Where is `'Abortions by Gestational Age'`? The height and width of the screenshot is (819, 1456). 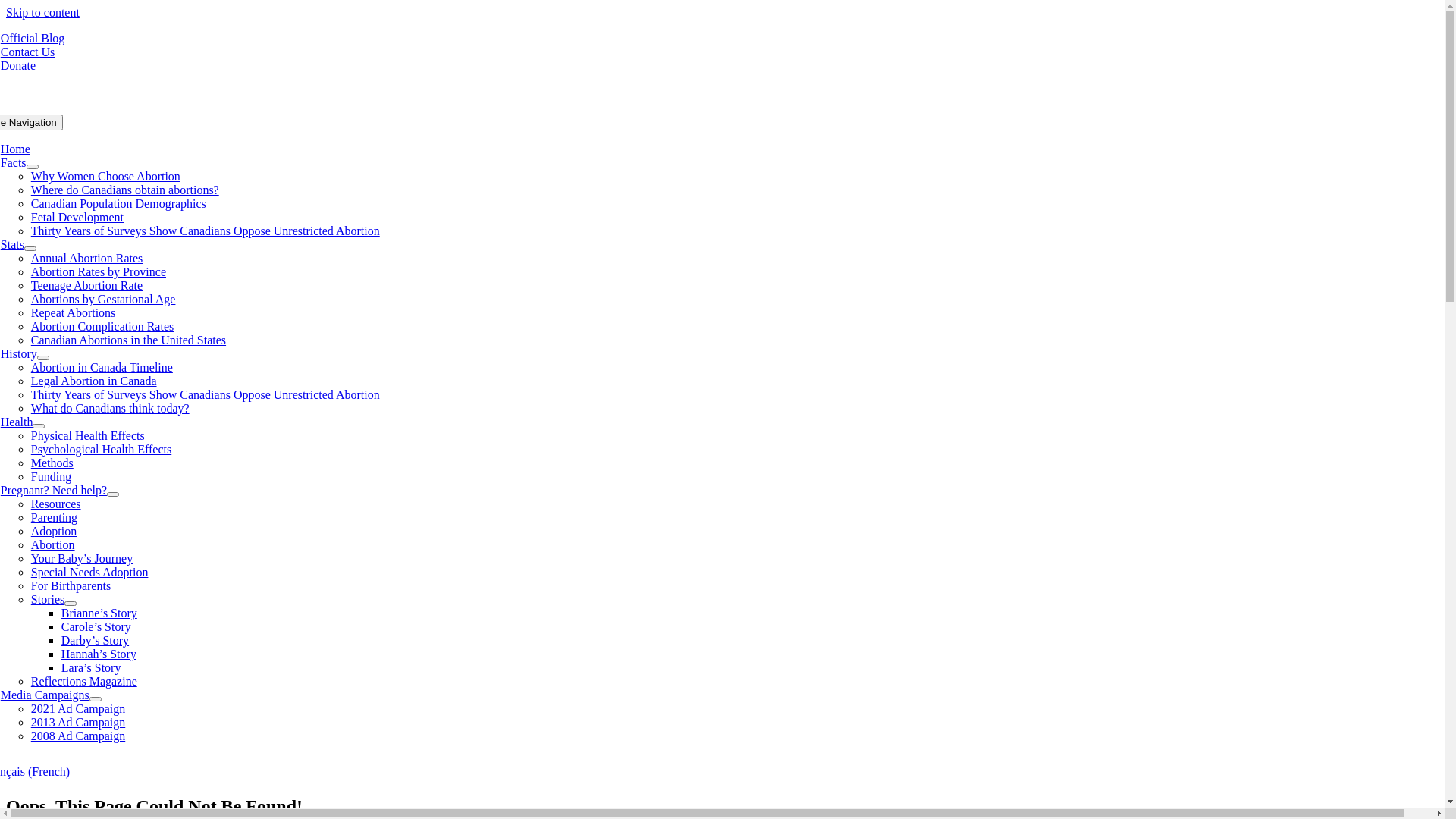 'Abortions by Gestational Age' is located at coordinates (31, 299).